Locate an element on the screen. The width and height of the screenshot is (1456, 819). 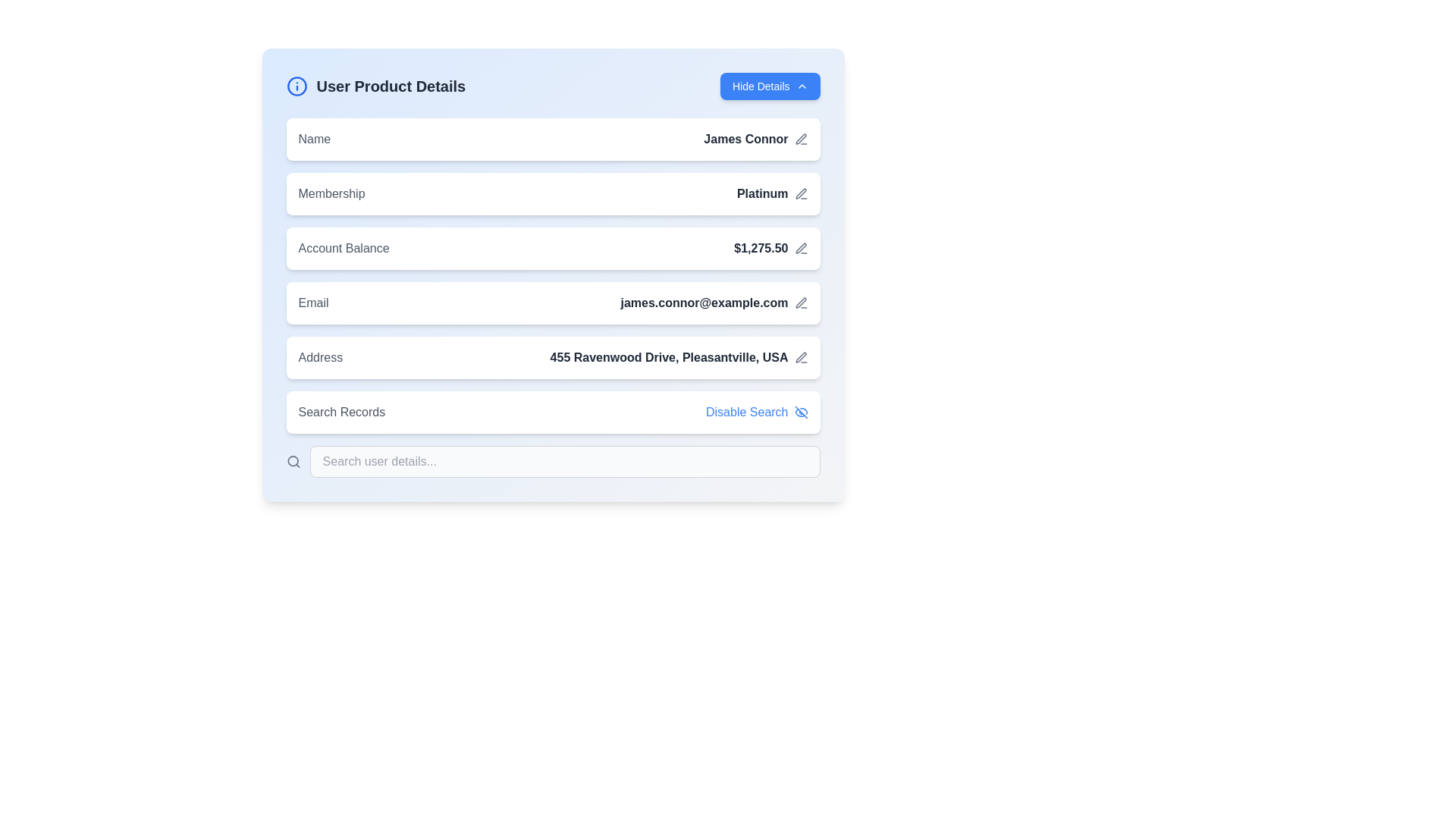
the gray pen icon located to the right of the '$1,275.50' account balance to initiate the edit for the account balance is located at coordinates (800, 247).